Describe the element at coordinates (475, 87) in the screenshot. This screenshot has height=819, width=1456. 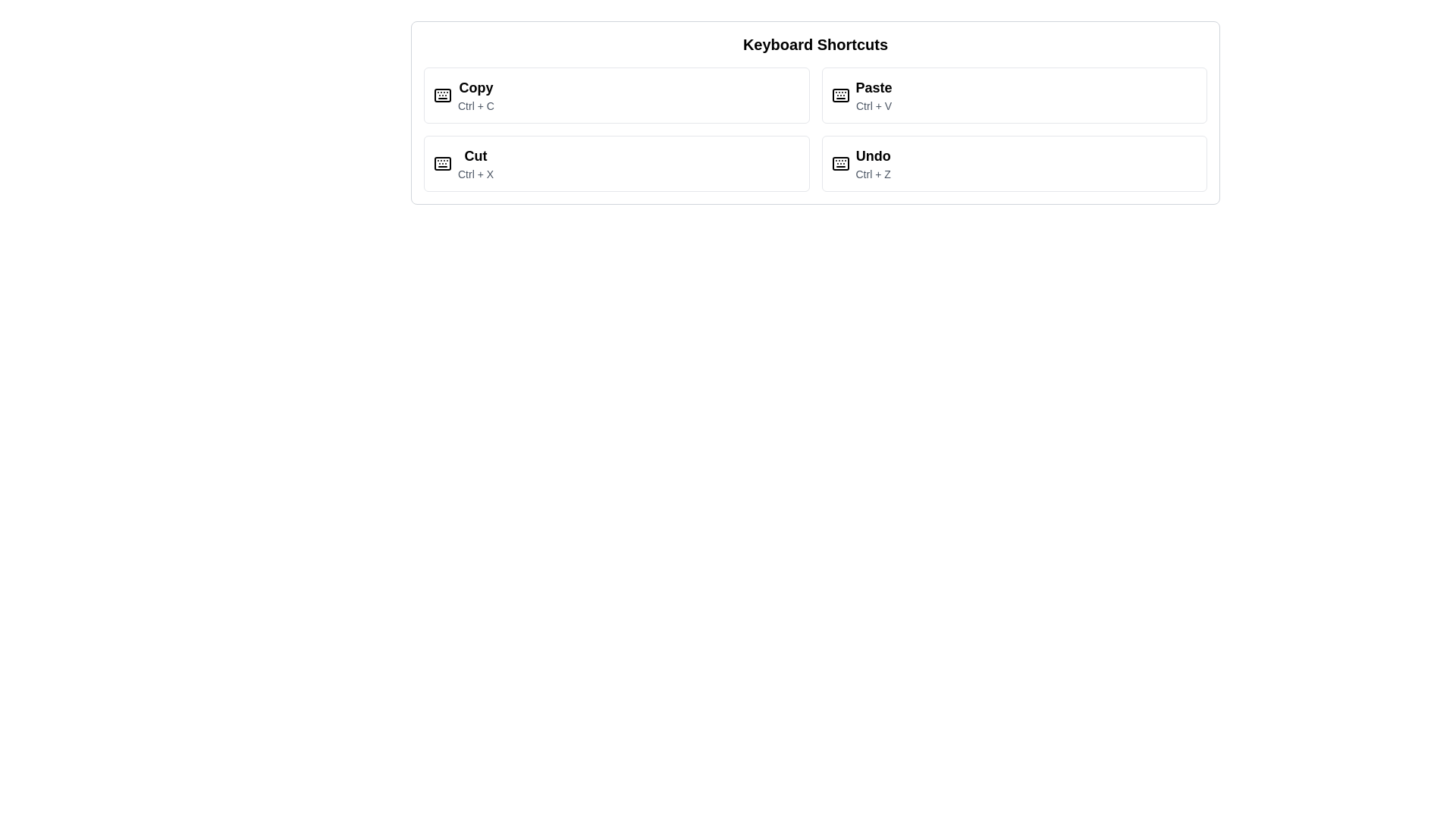
I see `the 'Copy' text label that indicates the keyboard shortcut for copying, located in the top-left corner of the shortcuts group` at that location.